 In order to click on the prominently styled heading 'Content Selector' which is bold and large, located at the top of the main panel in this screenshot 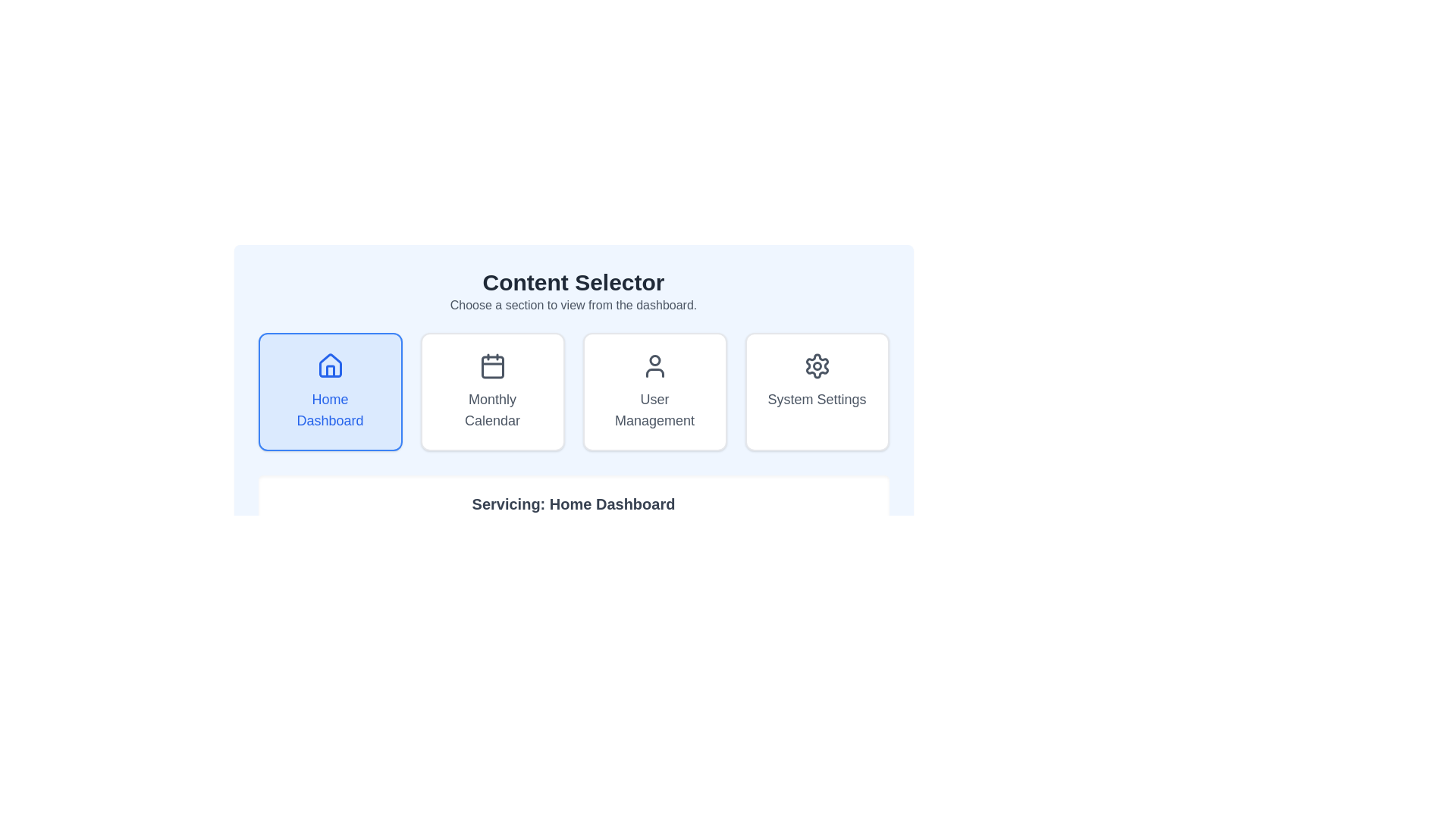, I will do `click(573, 283)`.